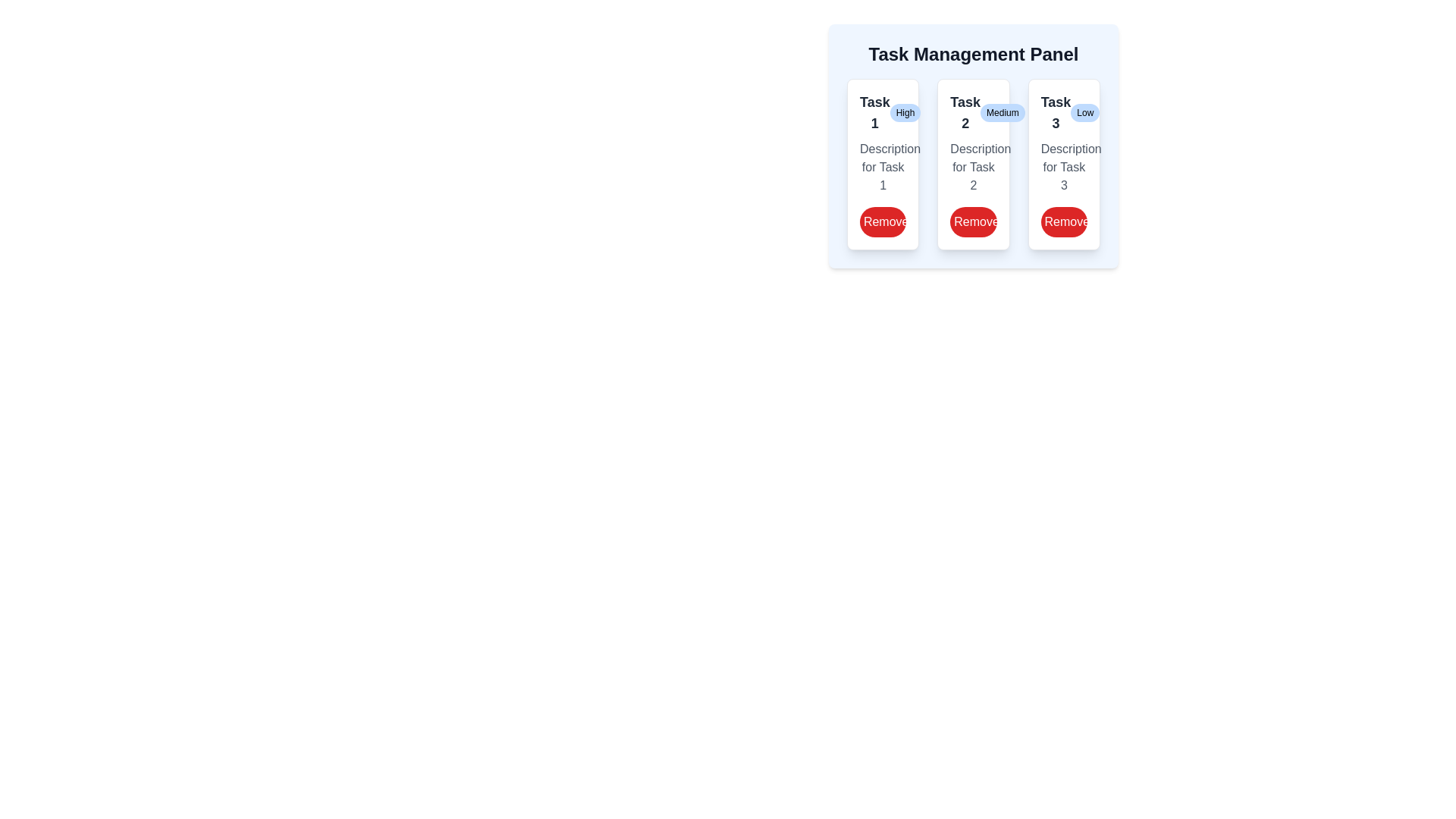  What do you see at coordinates (905, 112) in the screenshot?
I see `the priority tag of each task in the panel` at bounding box center [905, 112].